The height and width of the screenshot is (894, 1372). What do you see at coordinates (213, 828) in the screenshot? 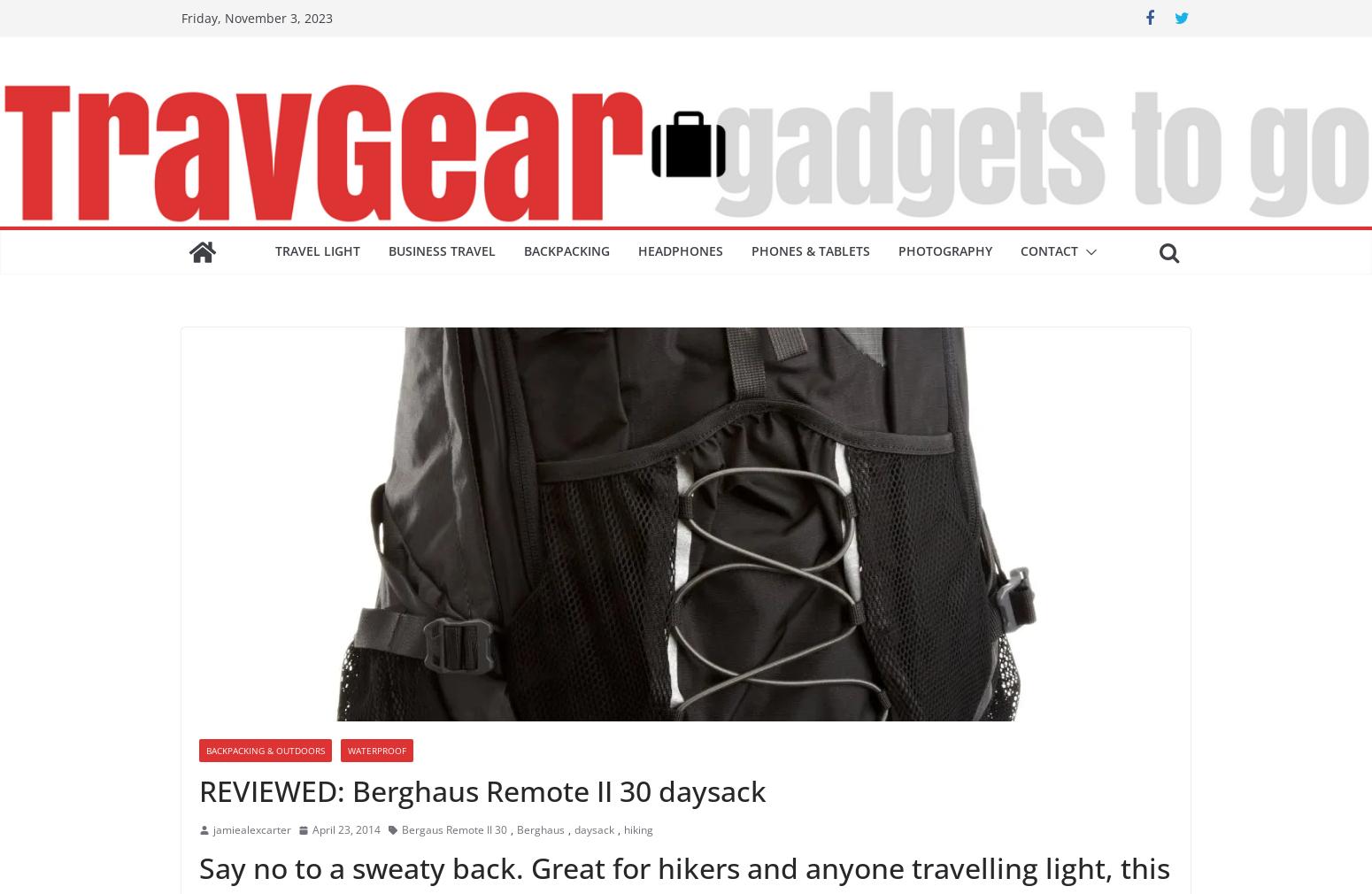
I see `'jamiealexcarter'` at bounding box center [213, 828].